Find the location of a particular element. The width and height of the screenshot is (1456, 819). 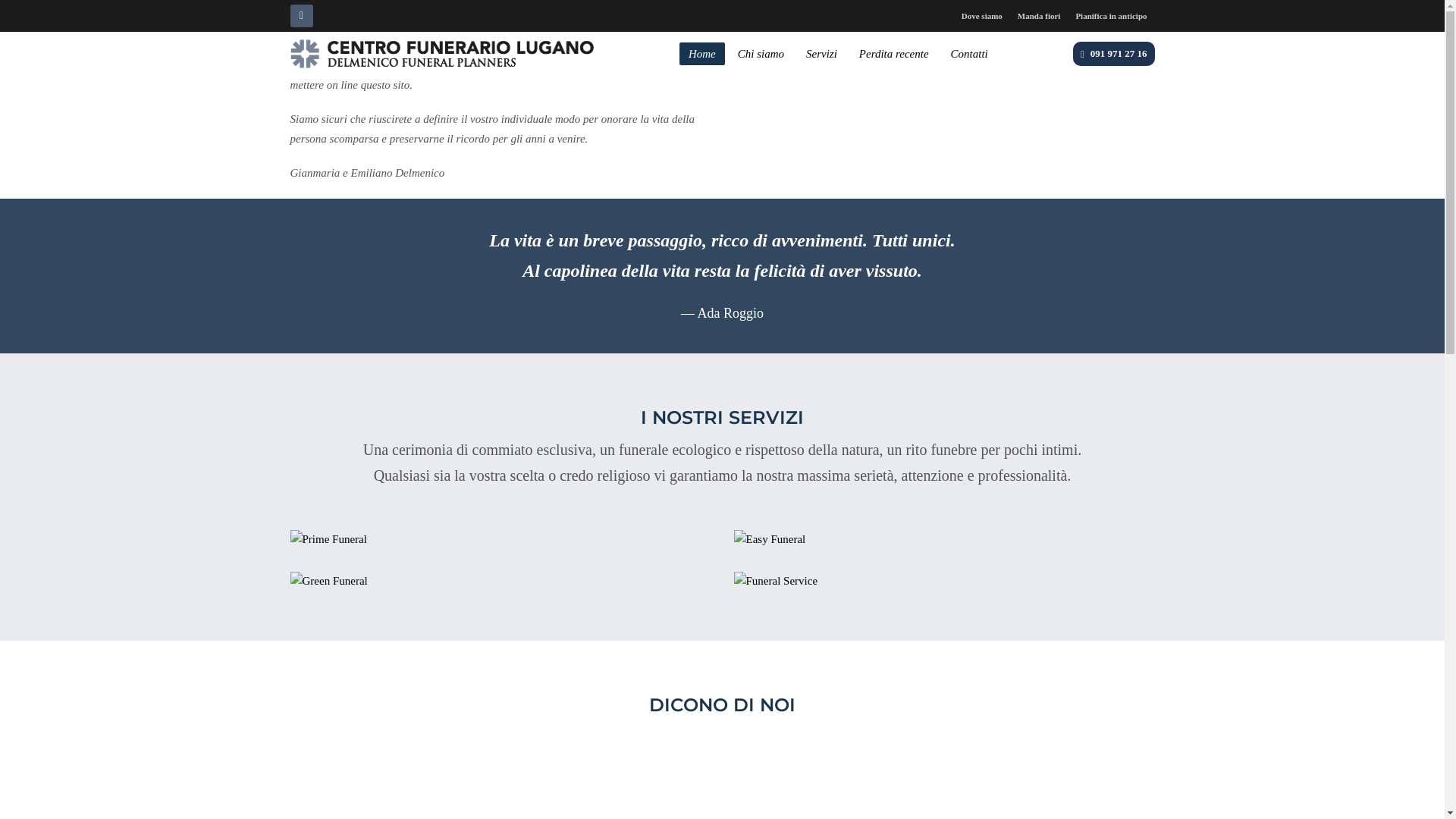

'Dove siamo' is located at coordinates (982, 15).